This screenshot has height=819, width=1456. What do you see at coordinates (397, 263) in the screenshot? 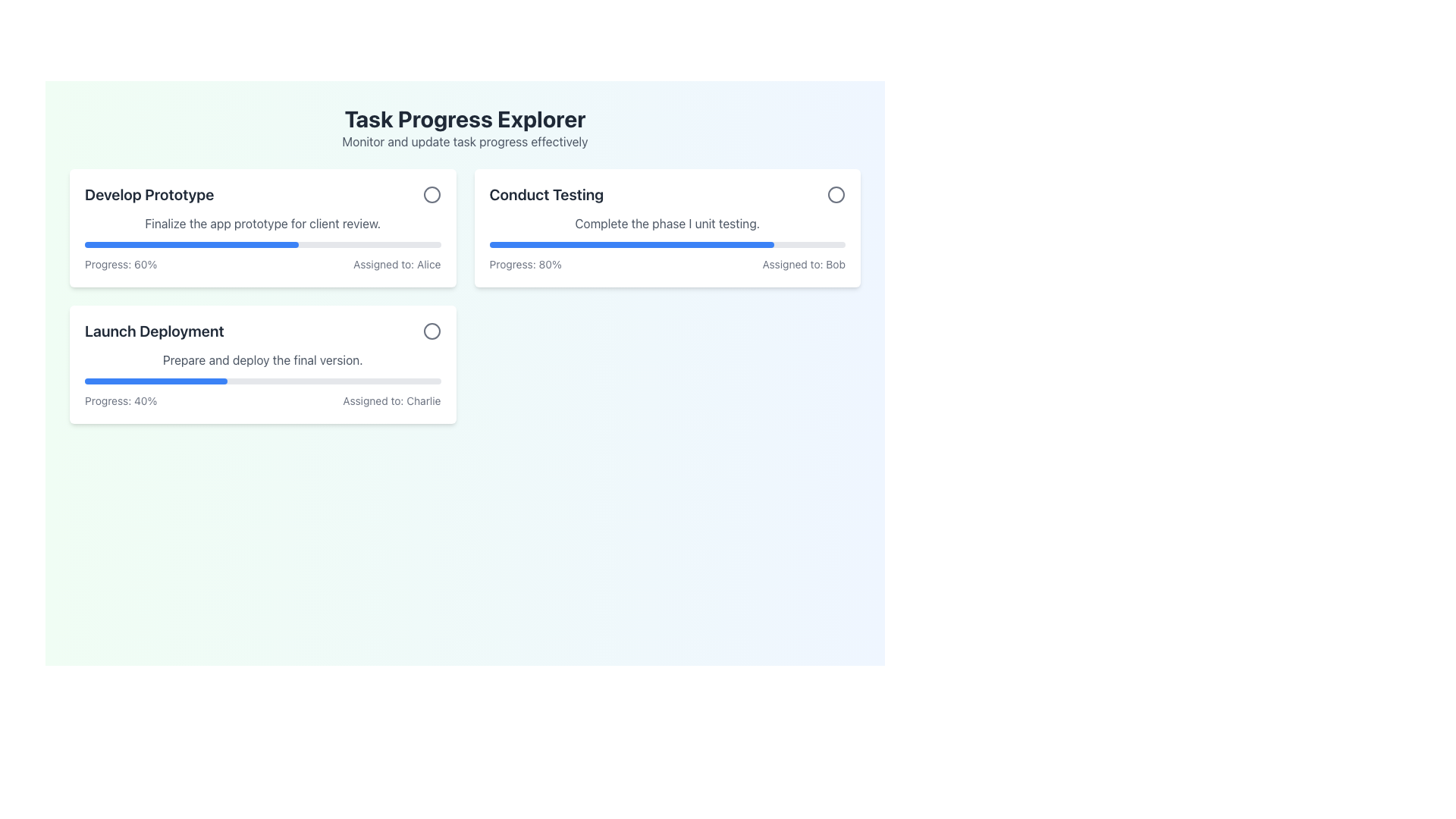
I see `task details associated with the Text Label indicating the person (Alice) assigned to the task in the bottom-right corner of the 'Develop Prototype' card` at bounding box center [397, 263].